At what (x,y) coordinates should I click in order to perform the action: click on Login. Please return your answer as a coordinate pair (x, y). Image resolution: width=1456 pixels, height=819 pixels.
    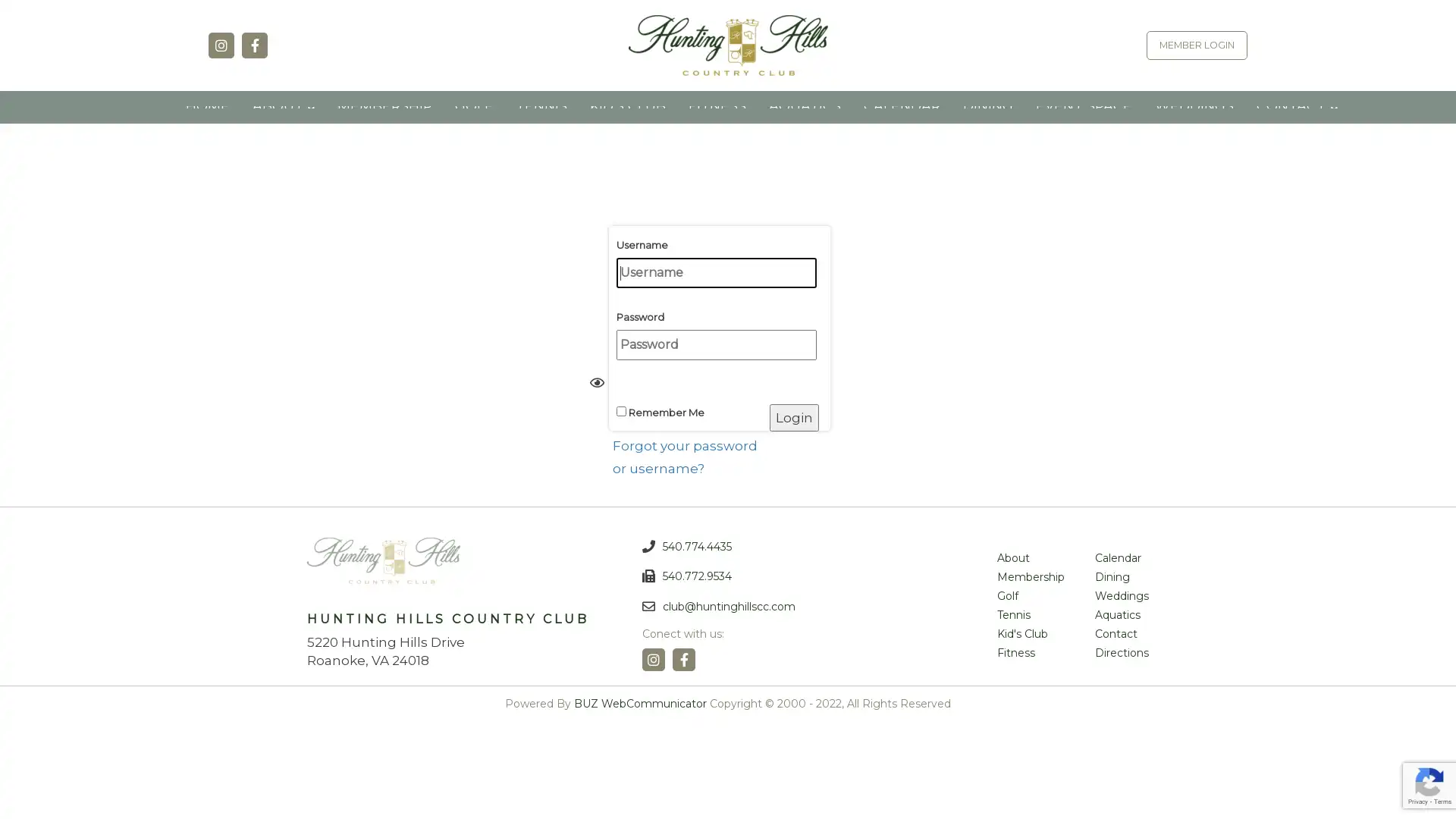
    Looking at the image, I should click on (793, 429).